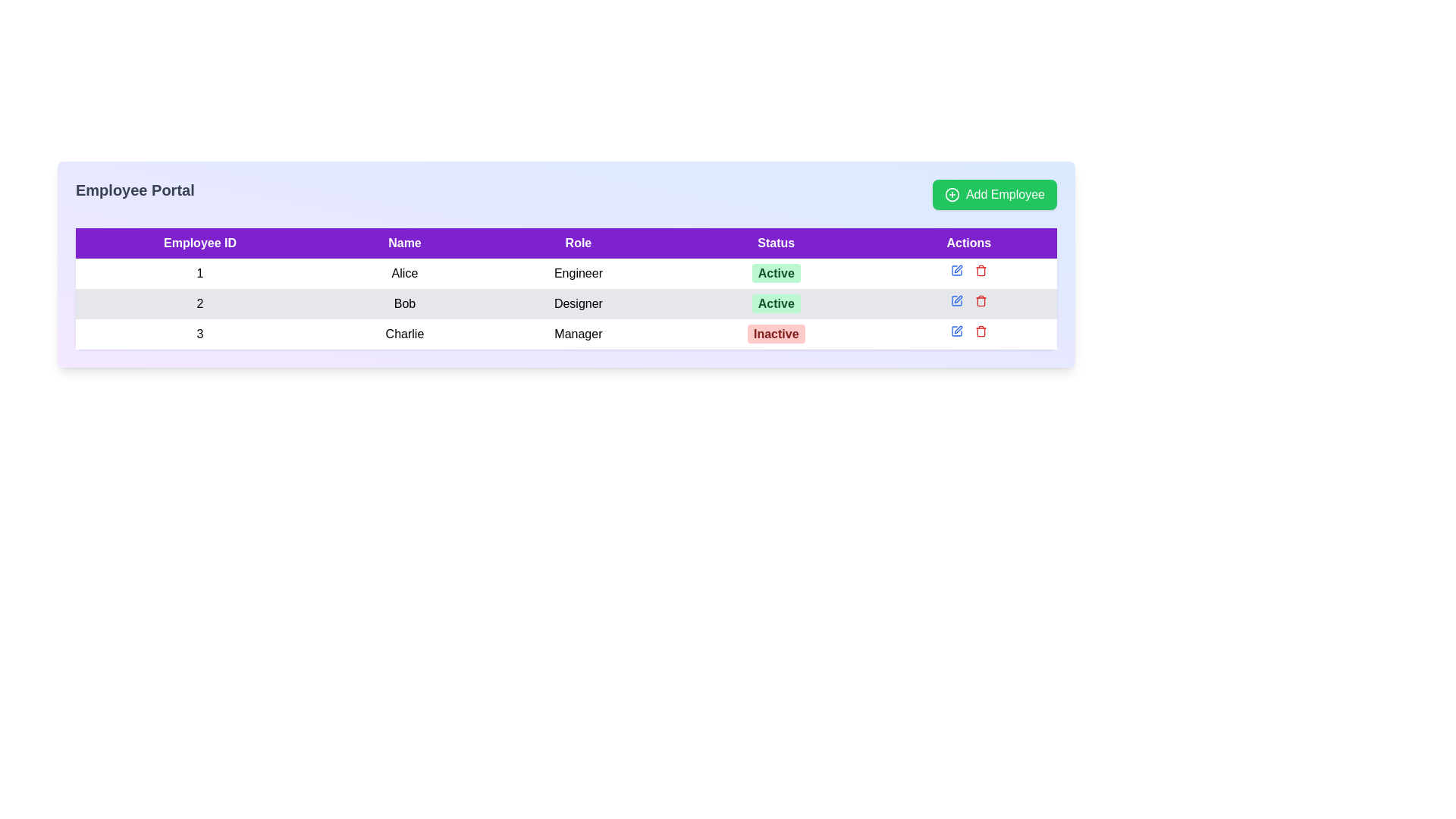 The image size is (1456, 819). Describe the element at coordinates (955, 301) in the screenshot. I see `the edit button represented by a pen icon in the 'Actions' column of the table for employee 'Bob' for accessibility purposes` at that location.